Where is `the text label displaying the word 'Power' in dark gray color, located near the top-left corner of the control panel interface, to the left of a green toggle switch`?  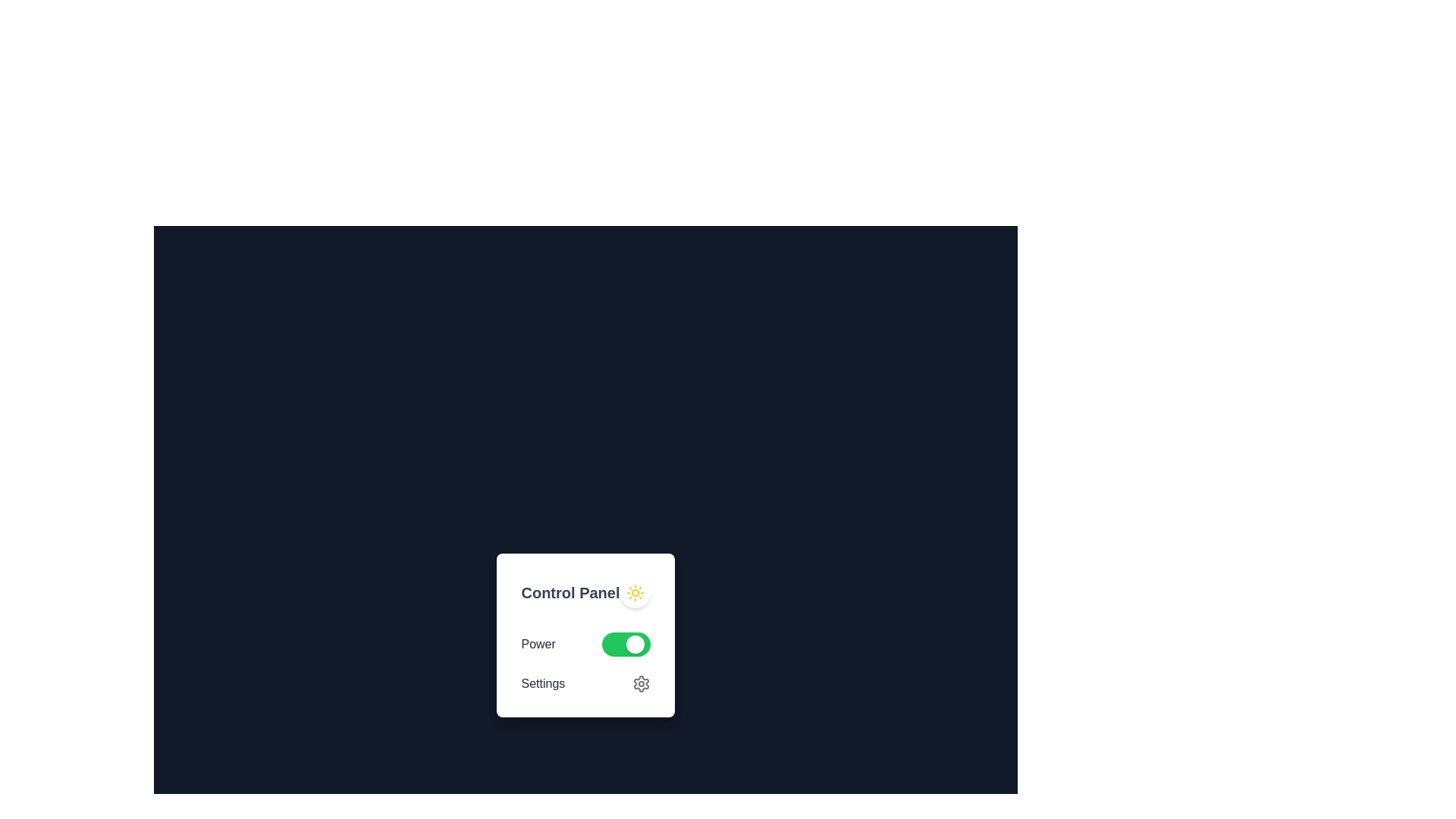 the text label displaying the word 'Power' in dark gray color, located near the top-left corner of the control panel interface, to the left of a green toggle switch is located at coordinates (538, 644).